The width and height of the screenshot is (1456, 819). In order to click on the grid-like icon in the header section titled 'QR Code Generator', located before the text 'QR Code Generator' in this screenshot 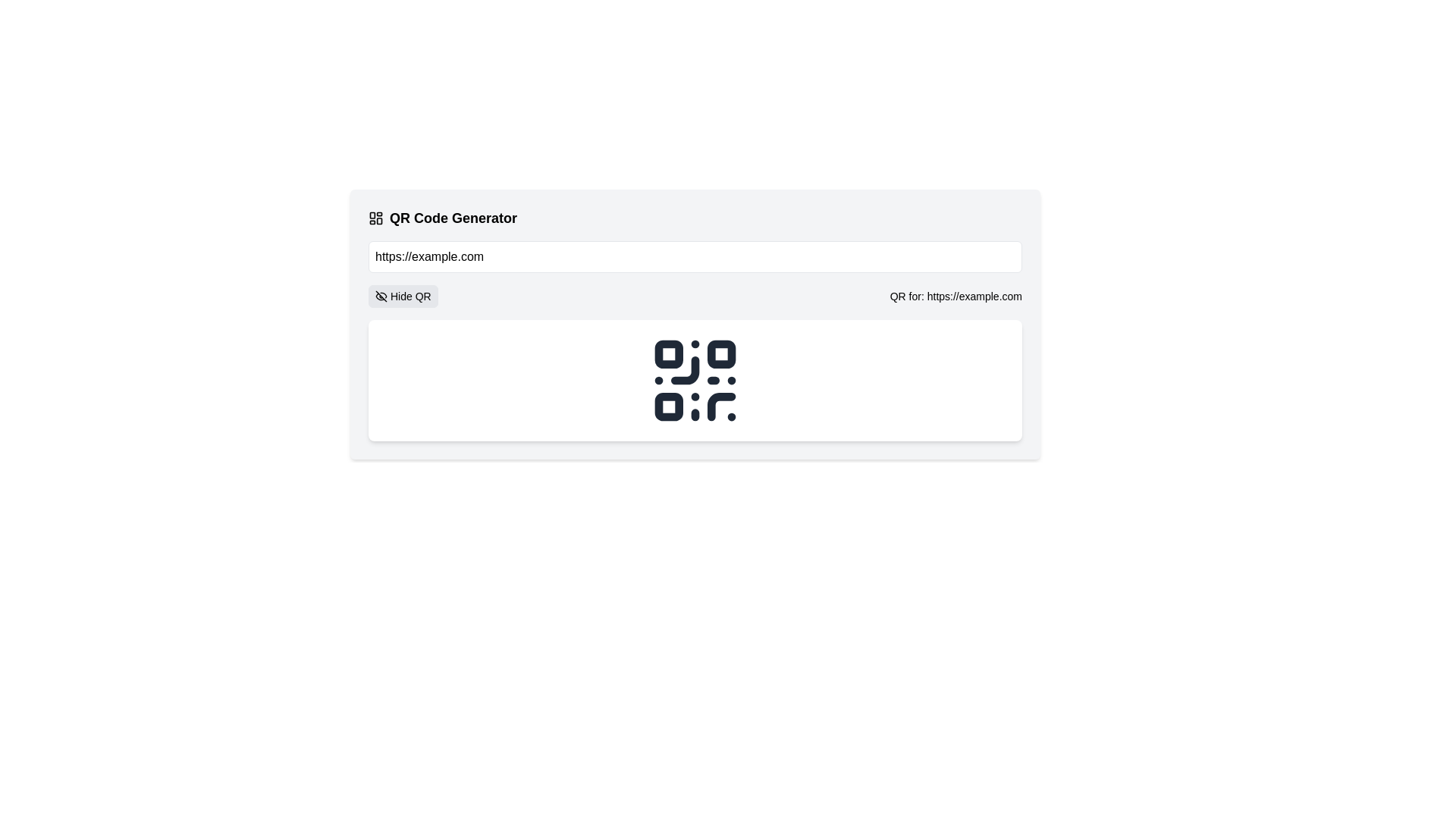, I will do `click(375, 218)`.